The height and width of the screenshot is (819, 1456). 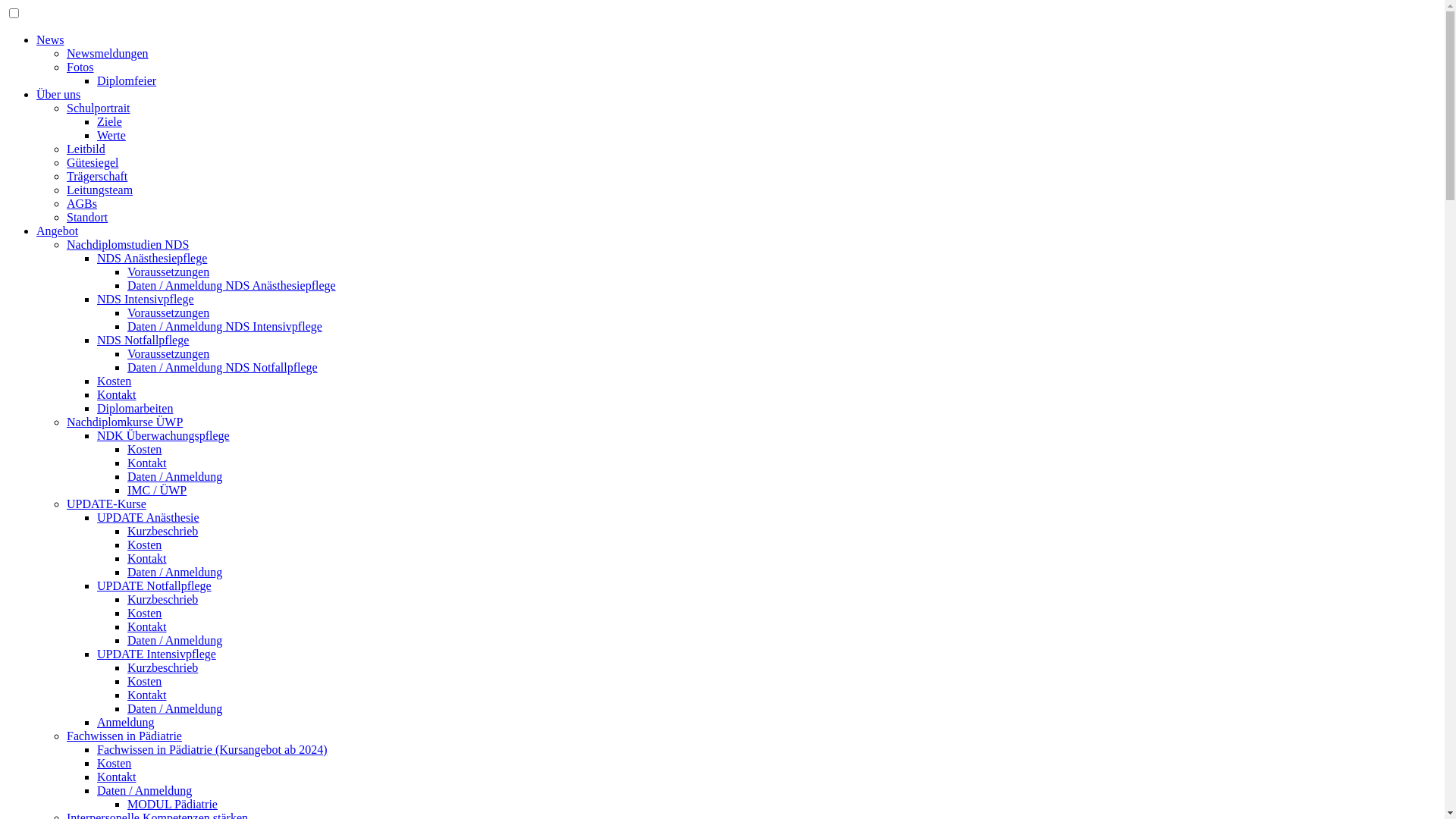 What do you see at coordinates (107, 52) in the screenshot?
I see `'Newsmeldungen'` at bounding box center [107, 52].